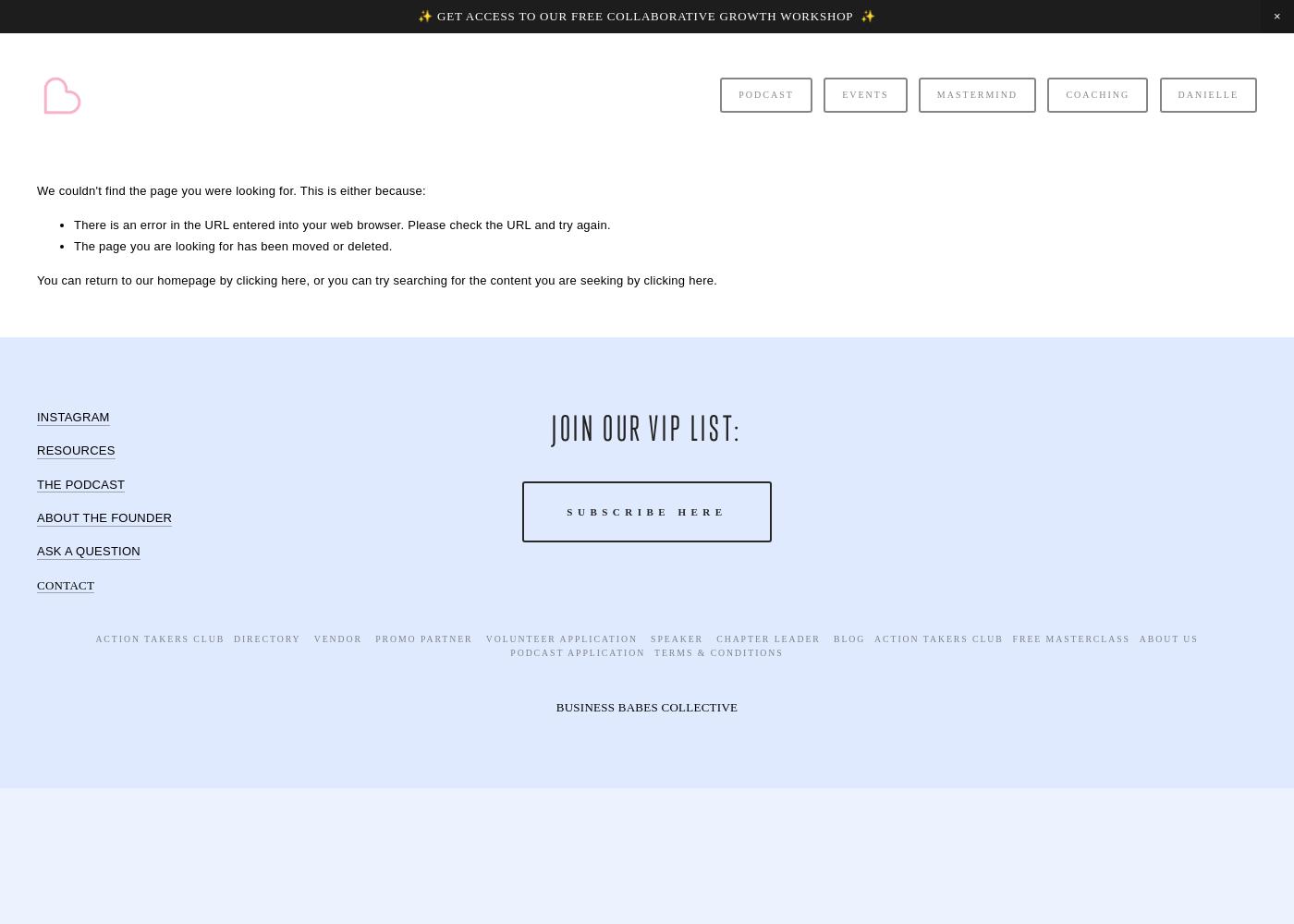 This screenshot has height=924, width=1294. Describe the element at coordinates (561, 638) in the screenshot. I see `'Volunteer Application'` at that location.